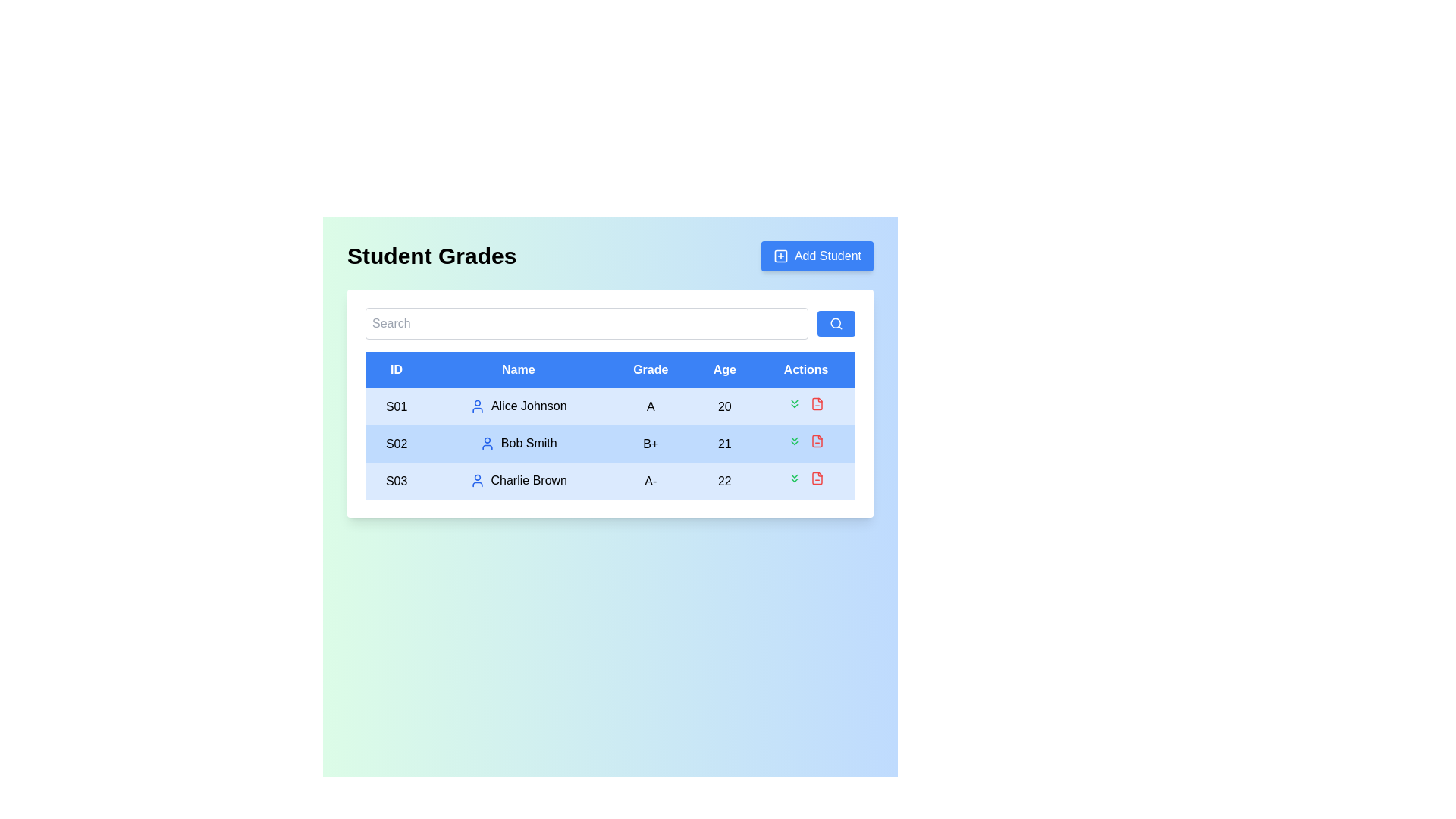  I want to click on the small, circular 'user' icon with a blue outline located to the left of the name 'Bob Smith', so click(487, 444).